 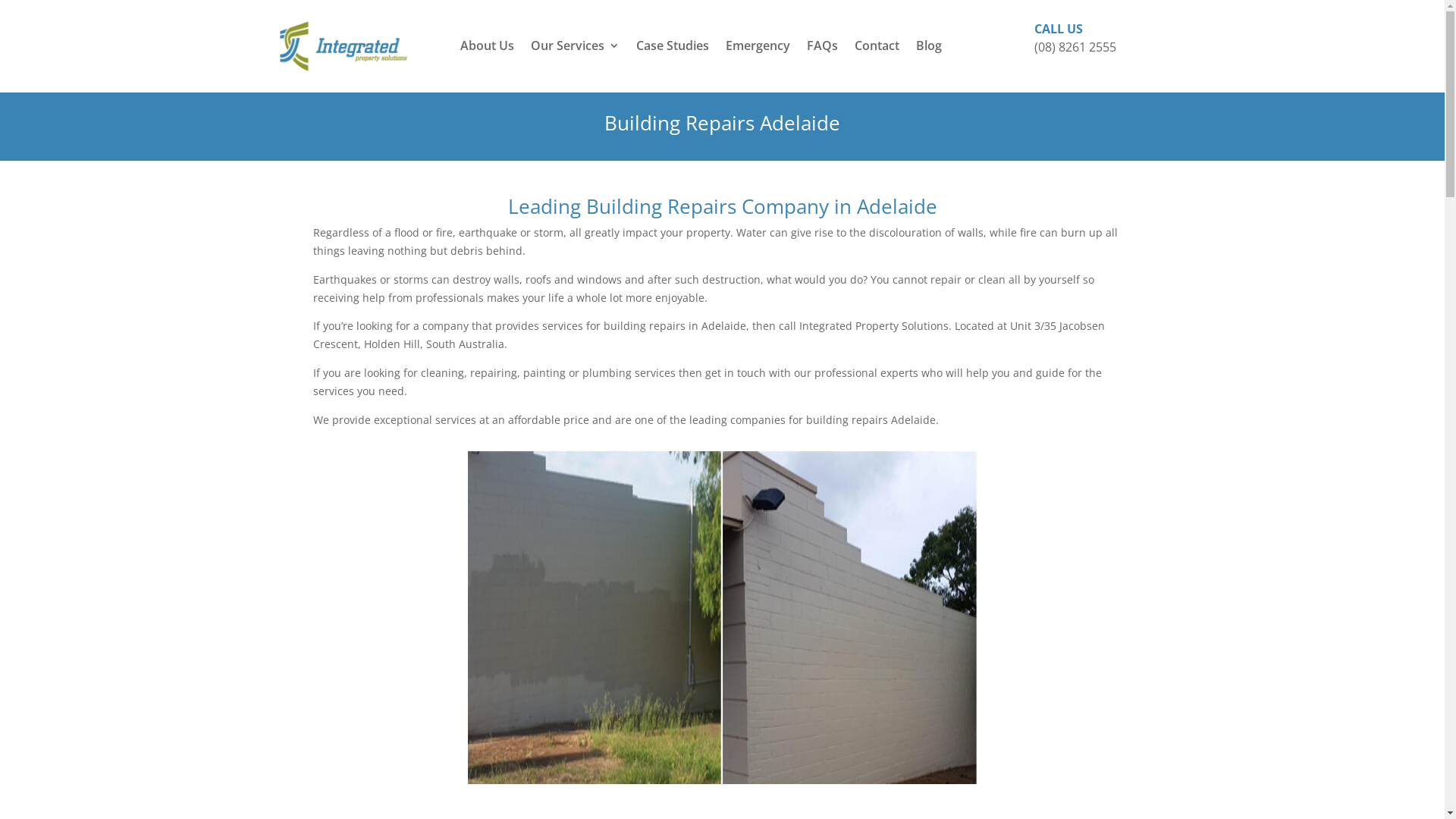 I want to click on 'IPS-Logo-e1546594708444', so click(x=276, y=45).